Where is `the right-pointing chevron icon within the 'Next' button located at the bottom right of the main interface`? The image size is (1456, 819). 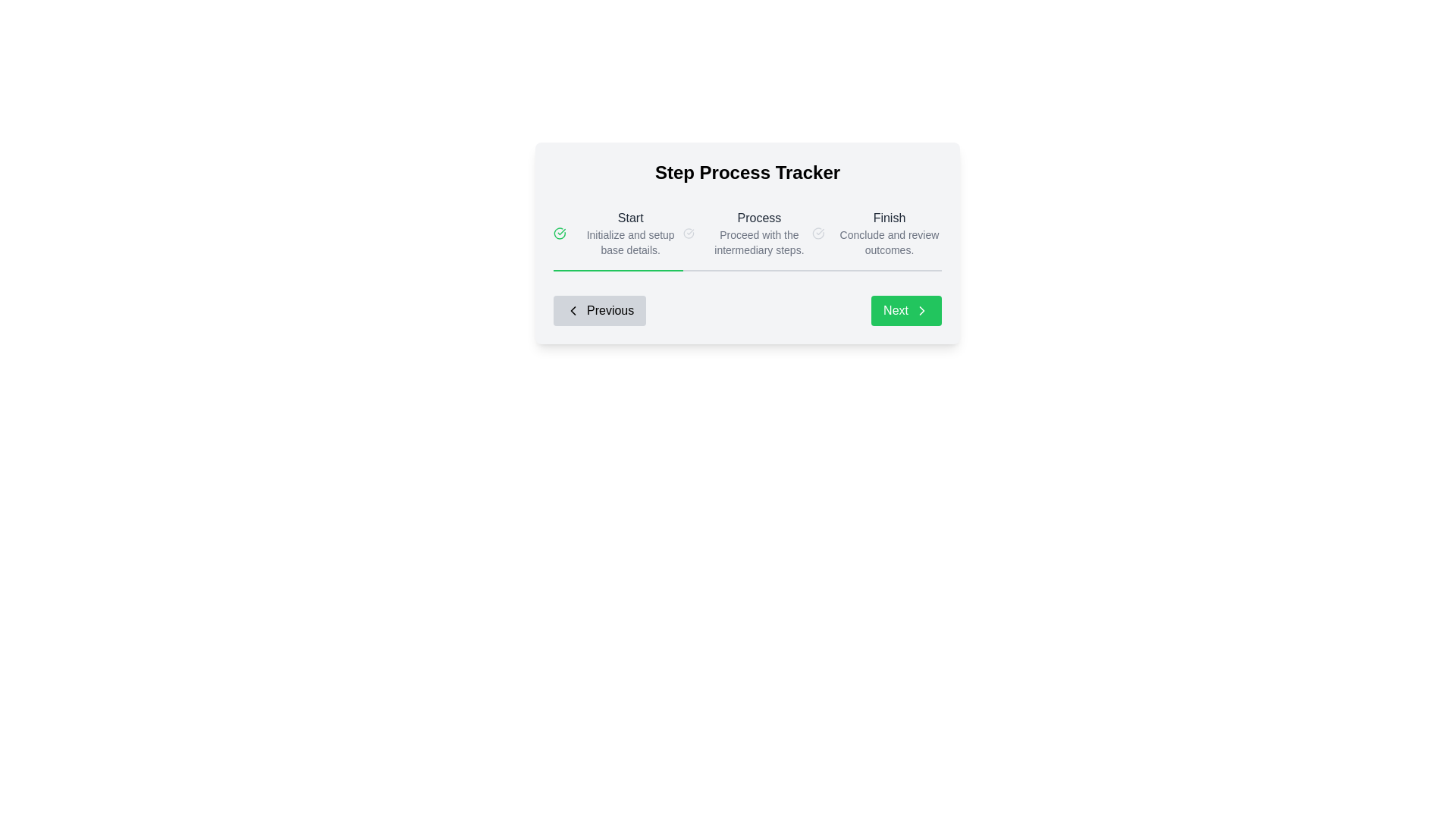 the right-pointing chevron icon within the 'Next' button located at the bottom right of the main interface is located at coordinates (921, 309).